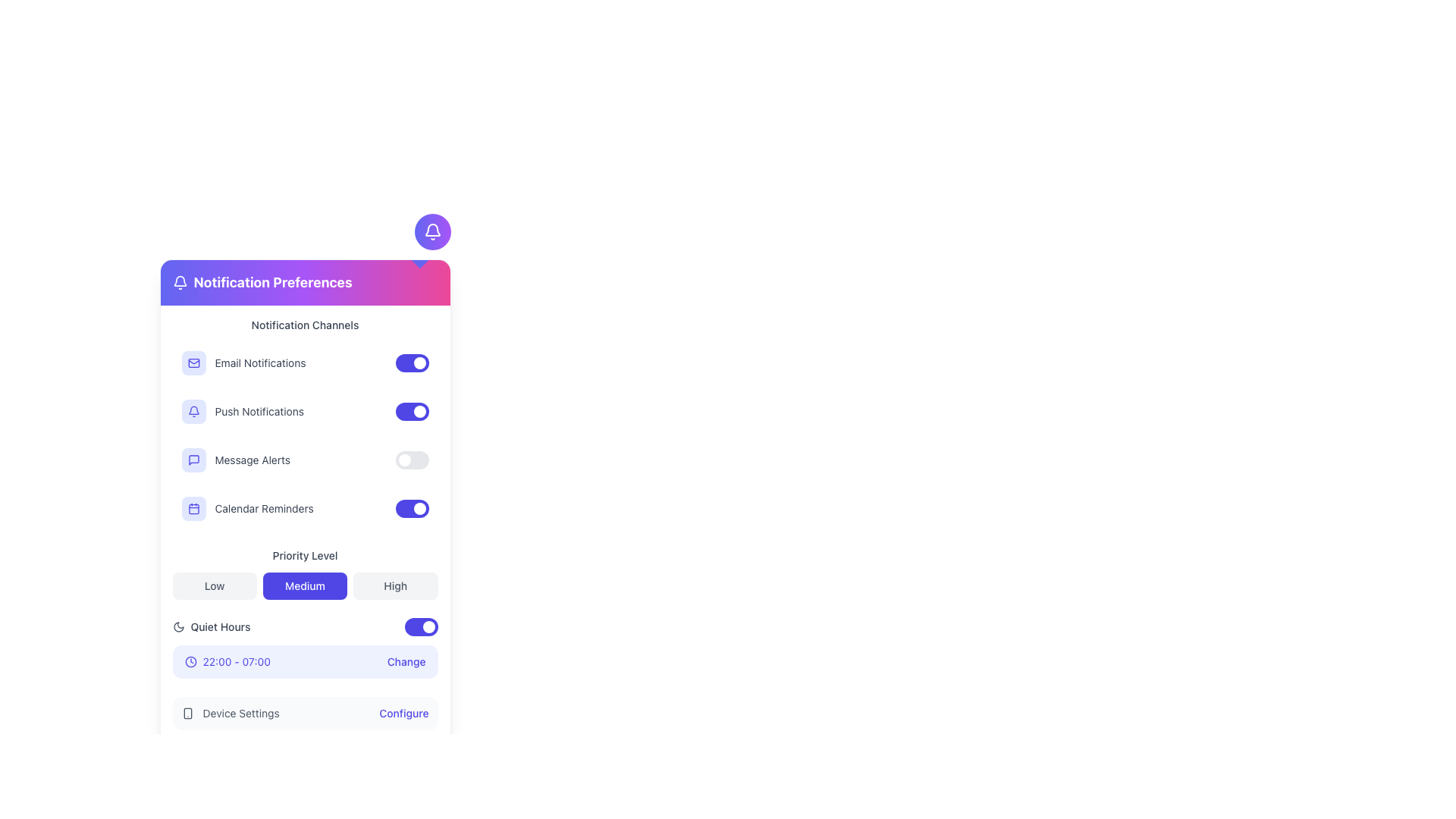 The image size is (1456, 819). What do you see at coordinates (412, 362) in the screenshot?
I see `the toggle switch located at the rightmost position of the 'Email Notifications' item row in the 'Notification Channels' section to switch its state` at bounding box center [412, 362].